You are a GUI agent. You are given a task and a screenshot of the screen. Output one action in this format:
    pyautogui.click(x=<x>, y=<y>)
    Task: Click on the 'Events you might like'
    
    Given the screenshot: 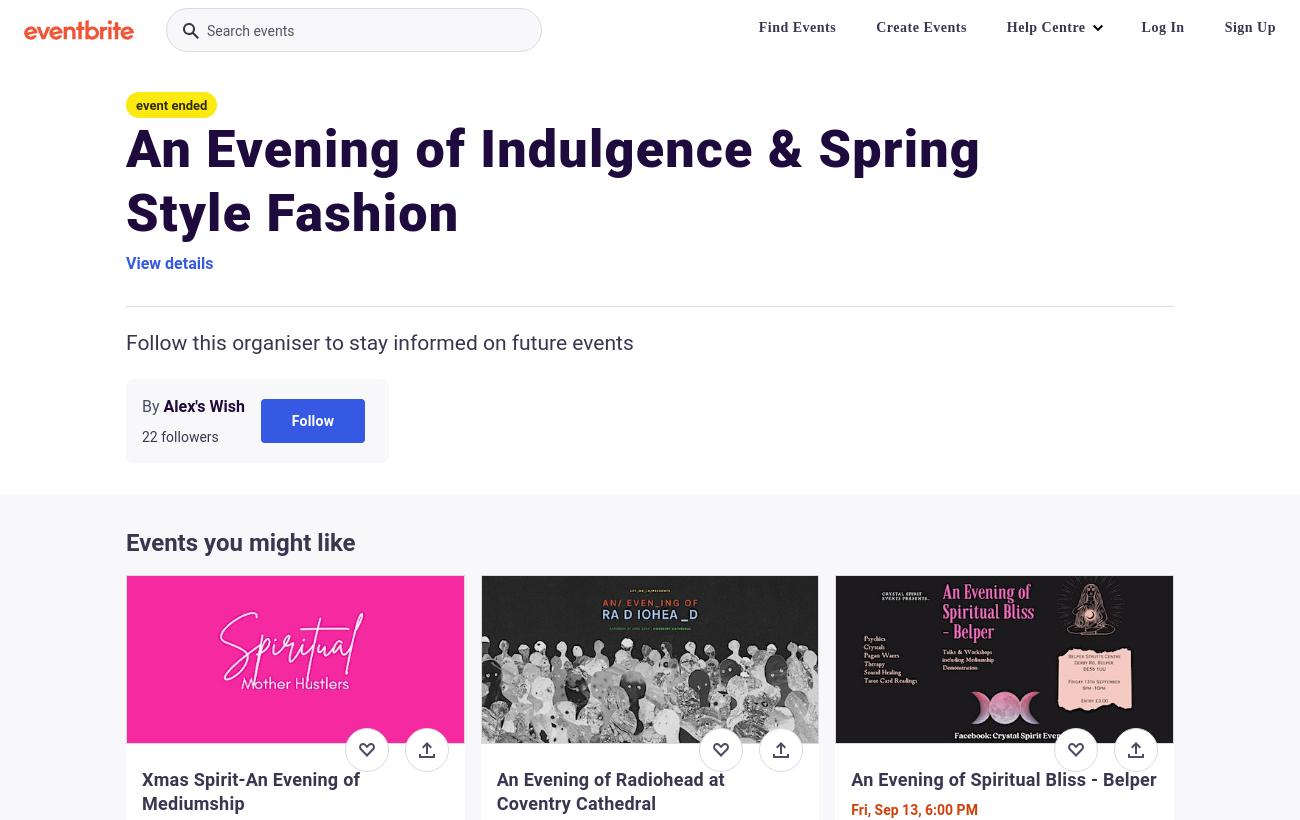 What is the action you would take?
    pyautogui.click(x=239, y=542)
    